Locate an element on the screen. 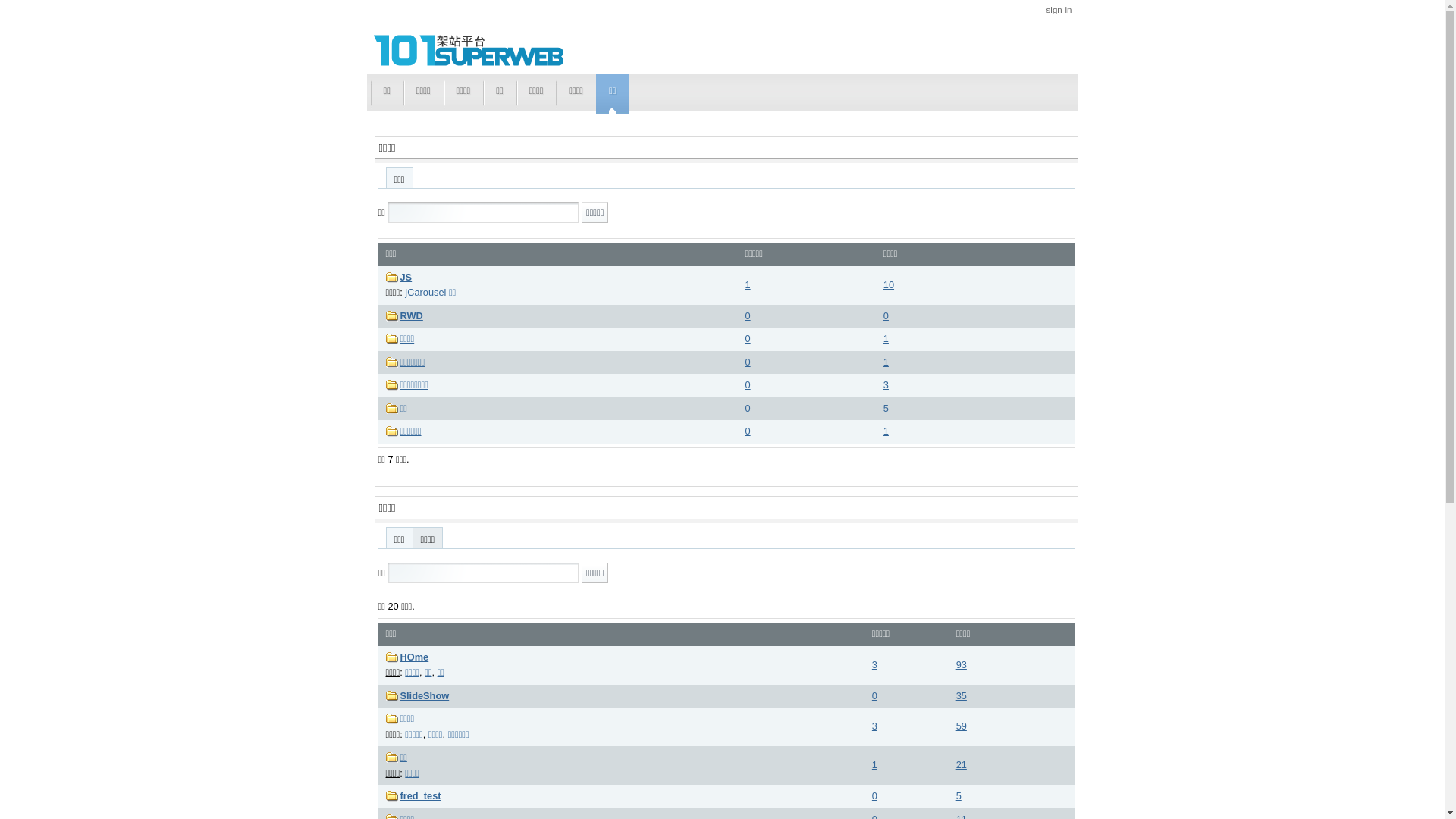 This screenshot has width=1456, height=819. '0' is located at coordinates (748, 431).